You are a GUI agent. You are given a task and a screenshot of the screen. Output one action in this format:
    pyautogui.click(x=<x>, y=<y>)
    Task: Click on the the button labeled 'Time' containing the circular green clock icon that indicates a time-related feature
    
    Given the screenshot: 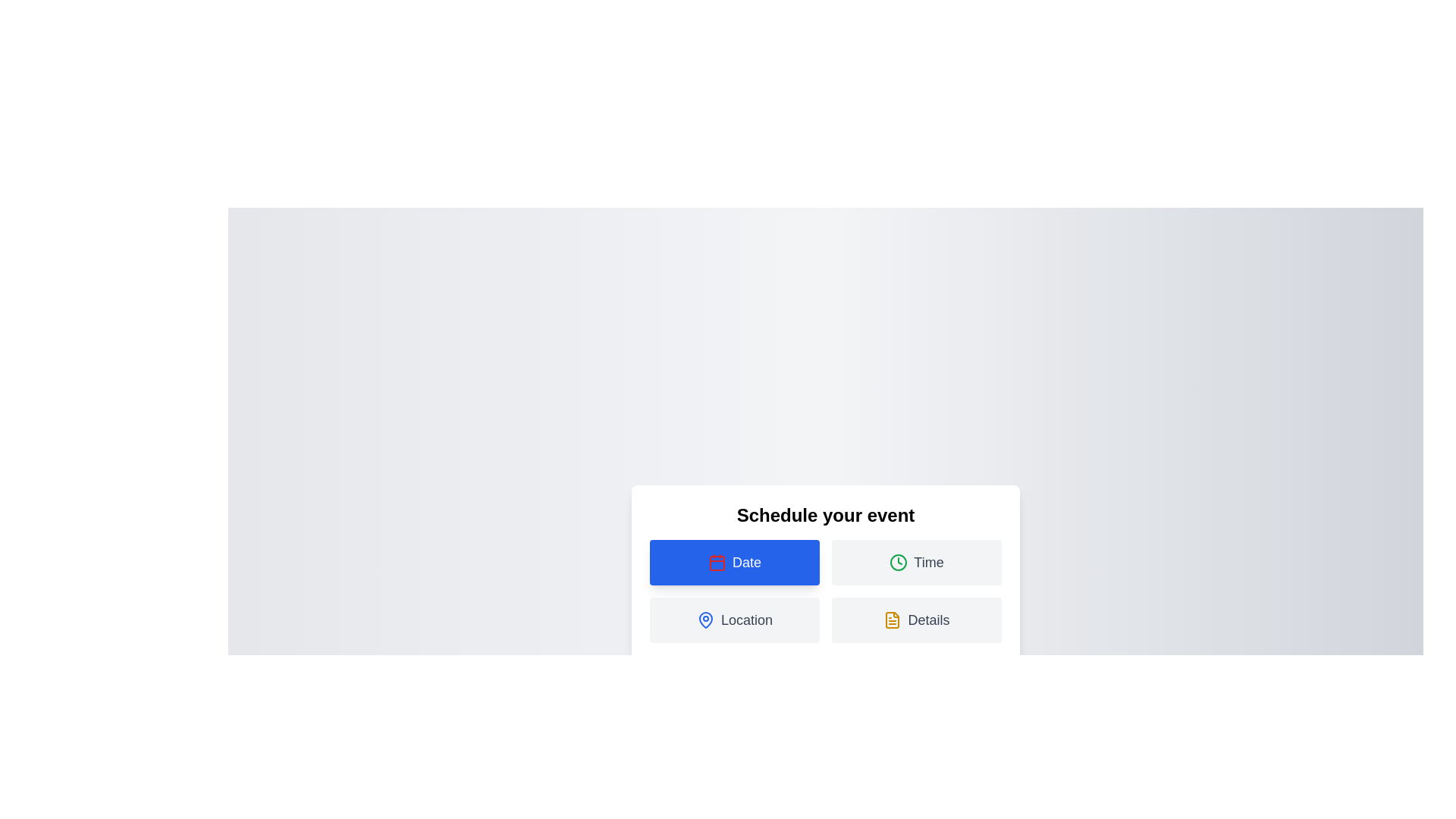 What is the action you would take?
    pyautogui.click(x=899, y=562)
    